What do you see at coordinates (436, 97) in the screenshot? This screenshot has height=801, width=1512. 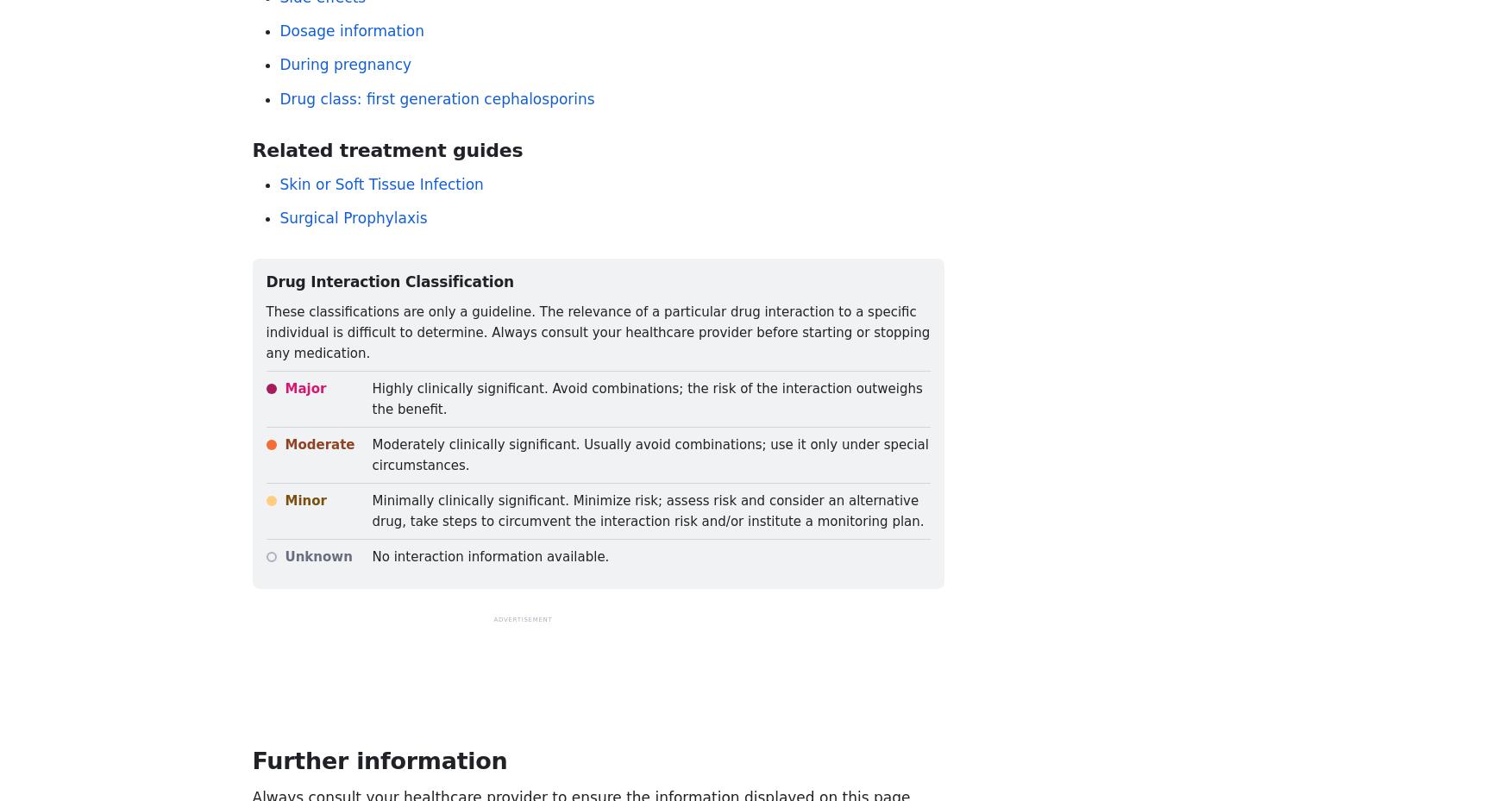 I see `'Drug class: first generation cephalosporins'` at bounding box center [436, 97].